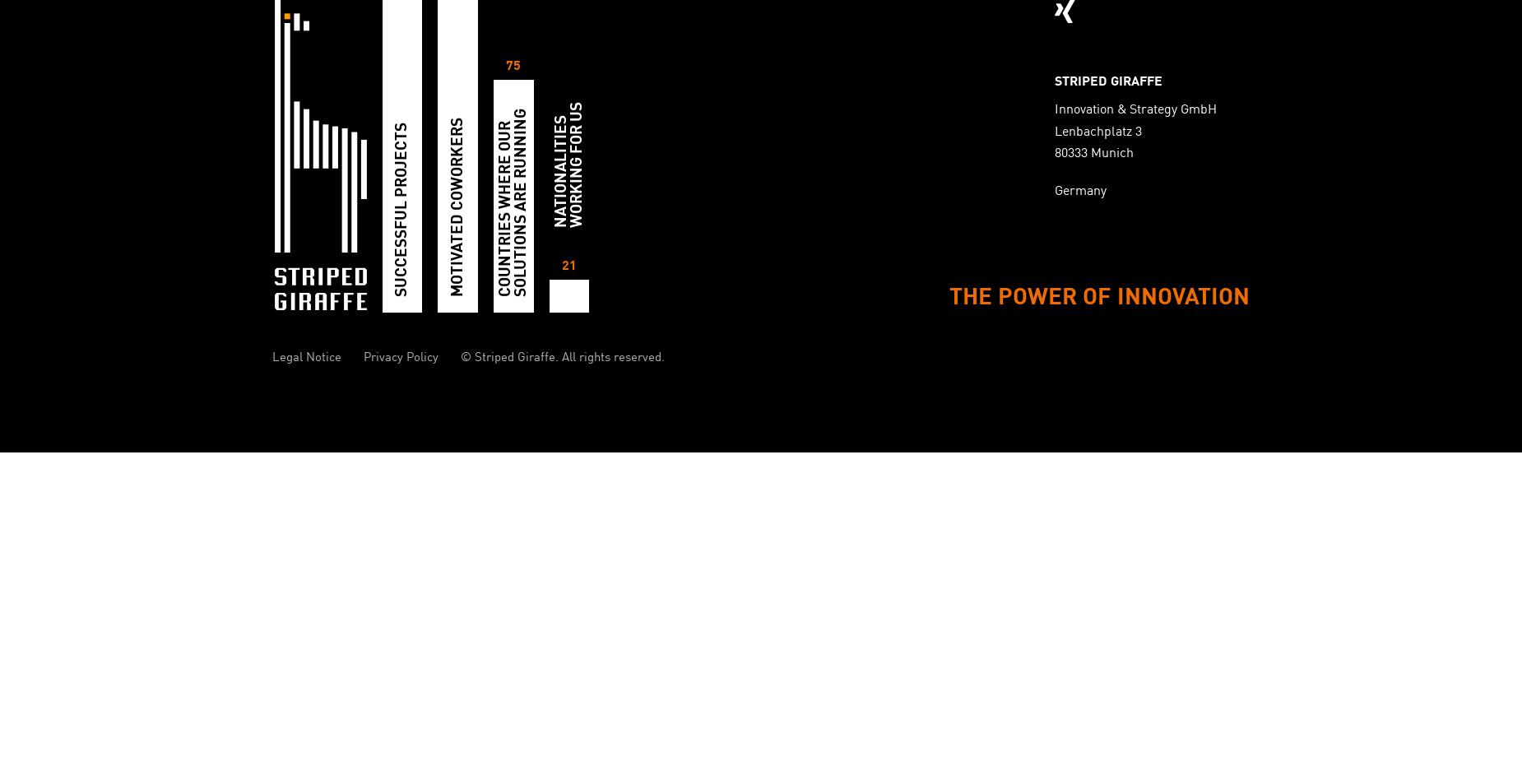 This screenshot has height=784, width=1522. Describe the element at coordinates (568, 266) in the screenshot. I see `'21'` at that location.